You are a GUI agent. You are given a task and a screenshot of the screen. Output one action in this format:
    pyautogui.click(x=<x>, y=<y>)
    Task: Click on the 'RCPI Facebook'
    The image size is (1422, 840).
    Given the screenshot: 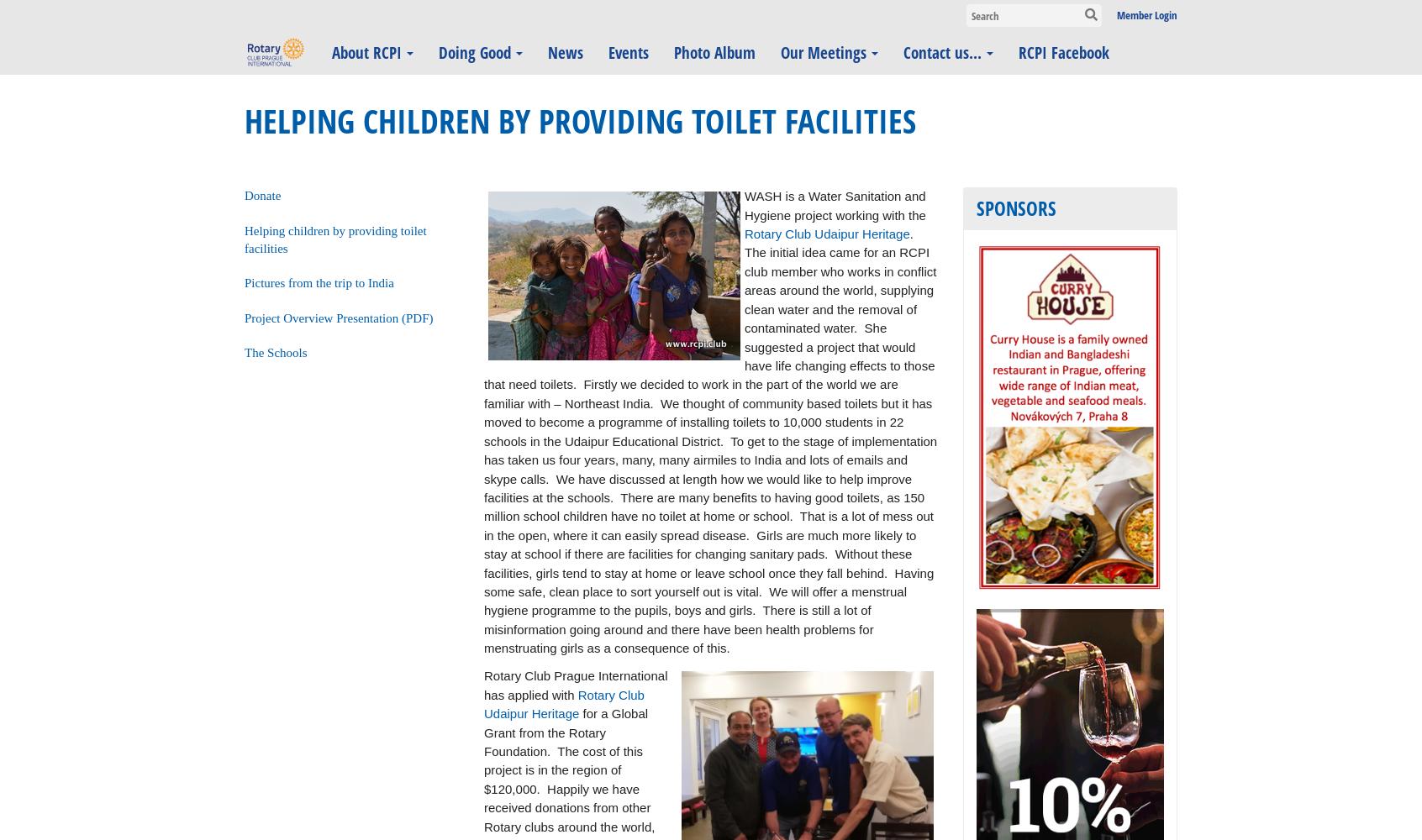 What is the action you would take?
    pyautogui.click(x=1063, y=52)
    